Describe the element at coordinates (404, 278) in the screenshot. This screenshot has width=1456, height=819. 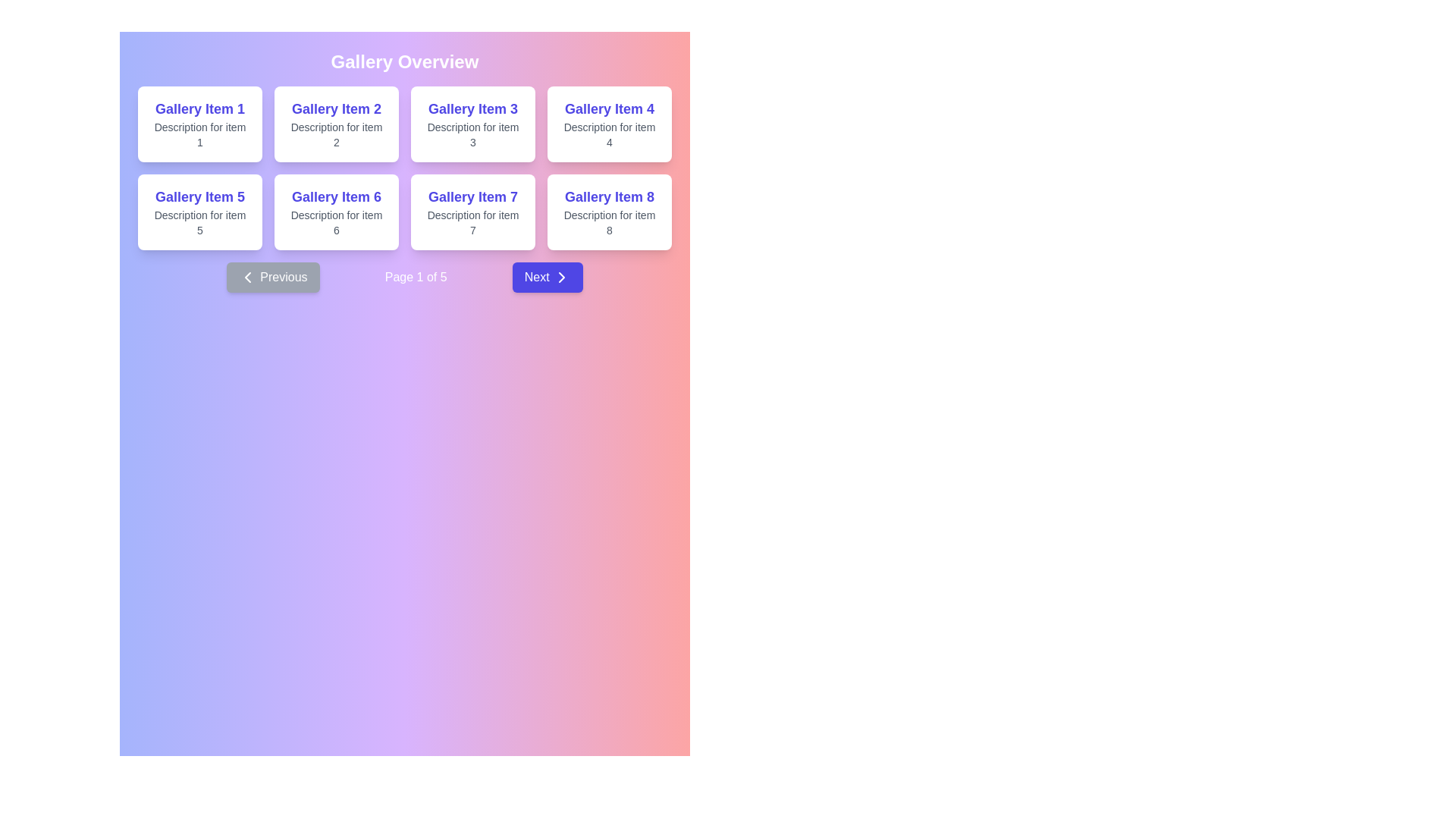
I see `text in the Pagination bar to know the current page status, which displays 'Page 1 of 5' at the center of the bar` at that location.